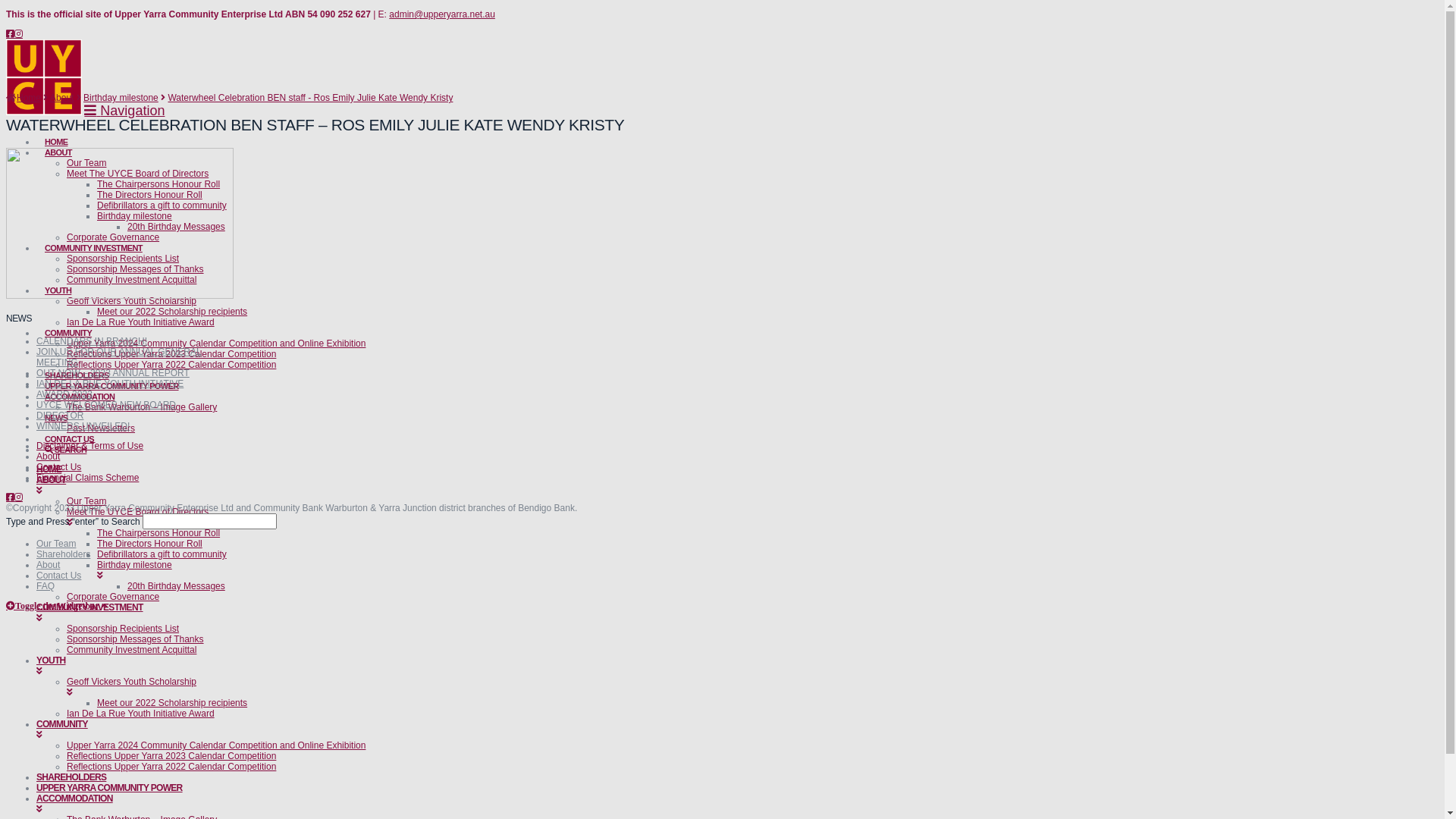 Image resolution: width=1456 pixels, height=819 pixels. Describe the element at coordinates (54, 604) in the screenshot. I see `'Toggle the Widgetbar'` at that location.